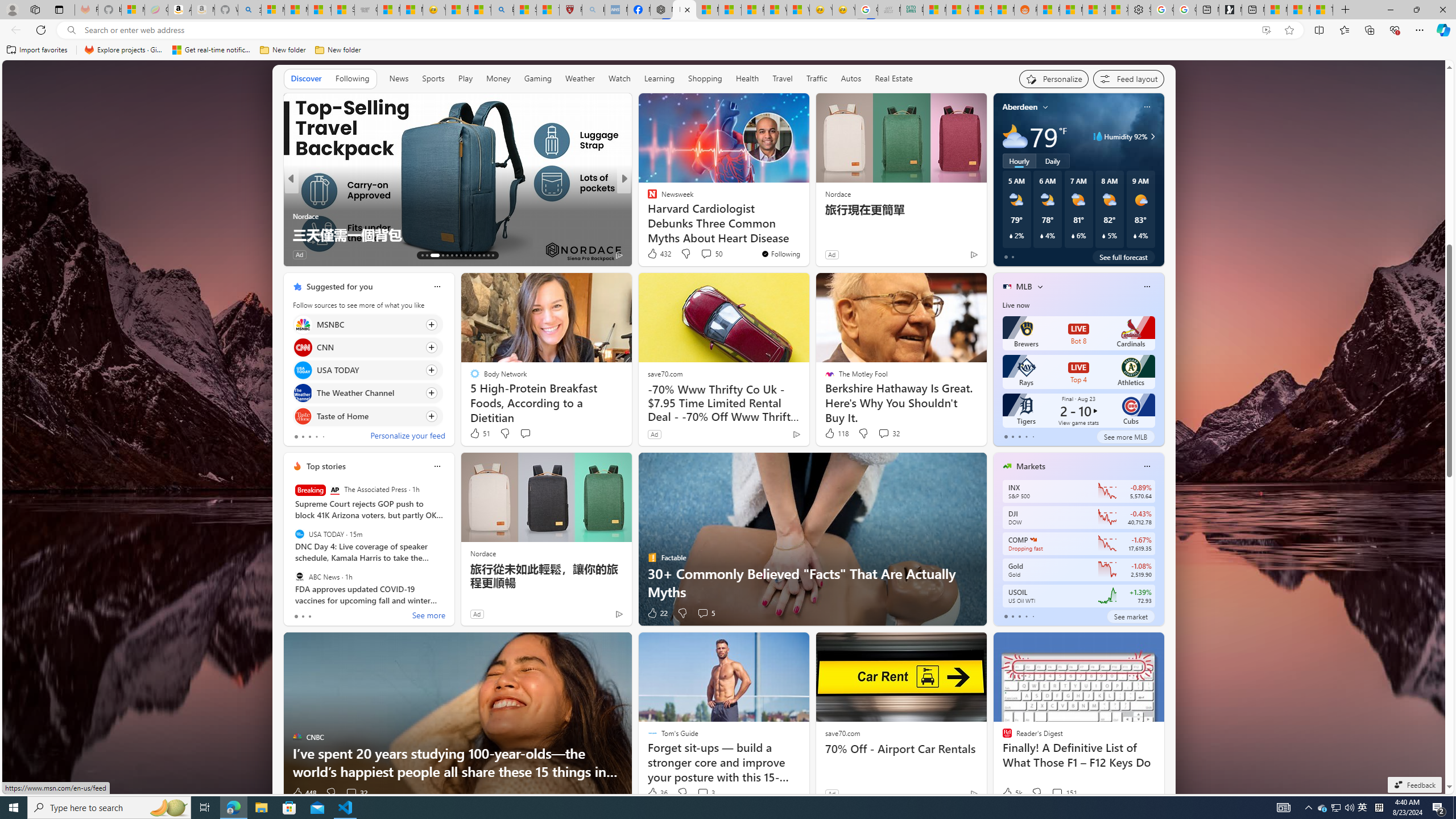 Image resolution: width=1456 pixels, height=819 pixels. Describe the element at coordinates (851, 78) in the screenshot. I see `'Autos'` at that location.